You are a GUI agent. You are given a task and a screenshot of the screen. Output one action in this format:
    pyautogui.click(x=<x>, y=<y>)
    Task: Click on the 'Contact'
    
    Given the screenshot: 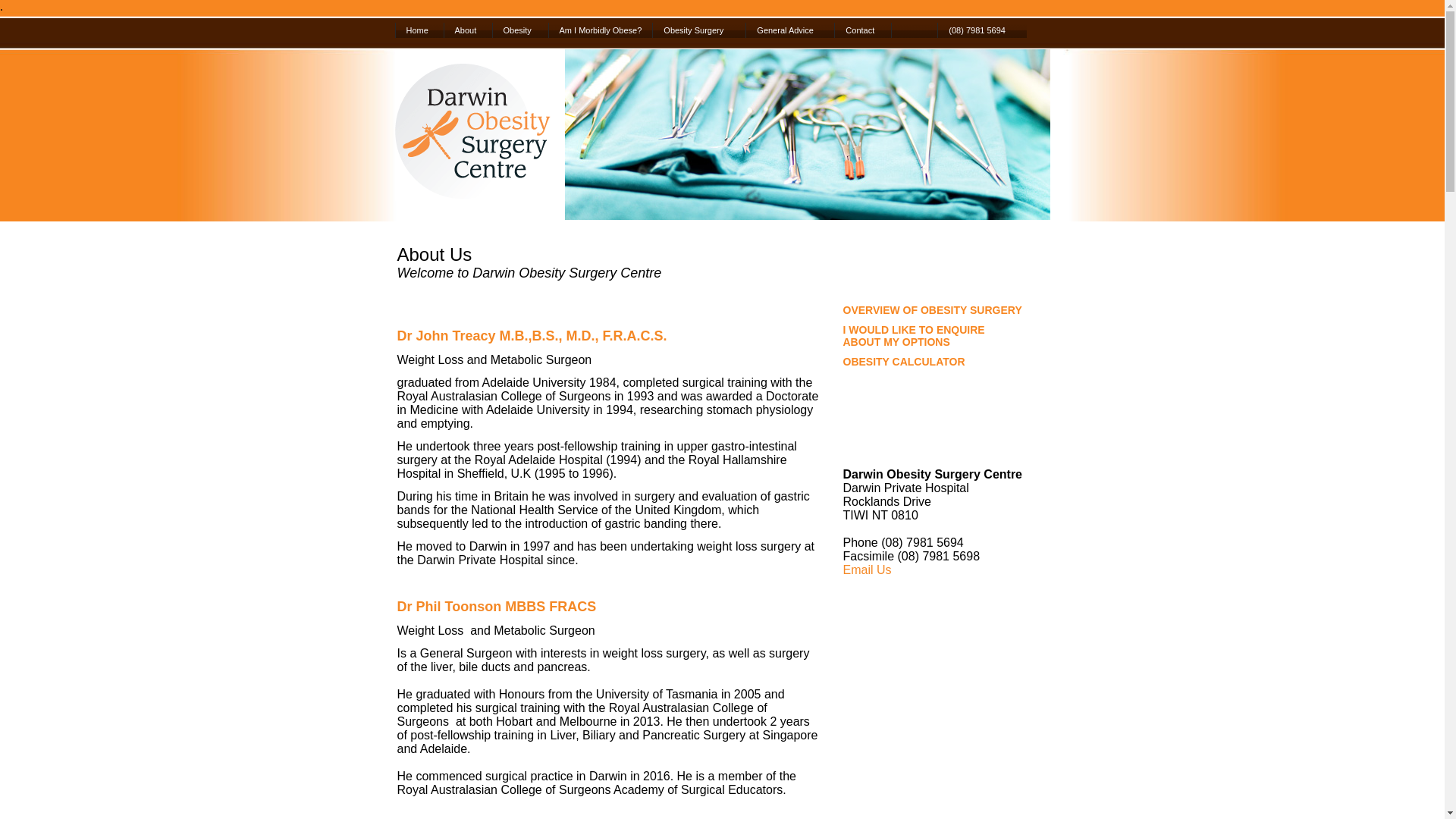 What is the action you would take?
    pyautogui.click(x=862, y=30)
    